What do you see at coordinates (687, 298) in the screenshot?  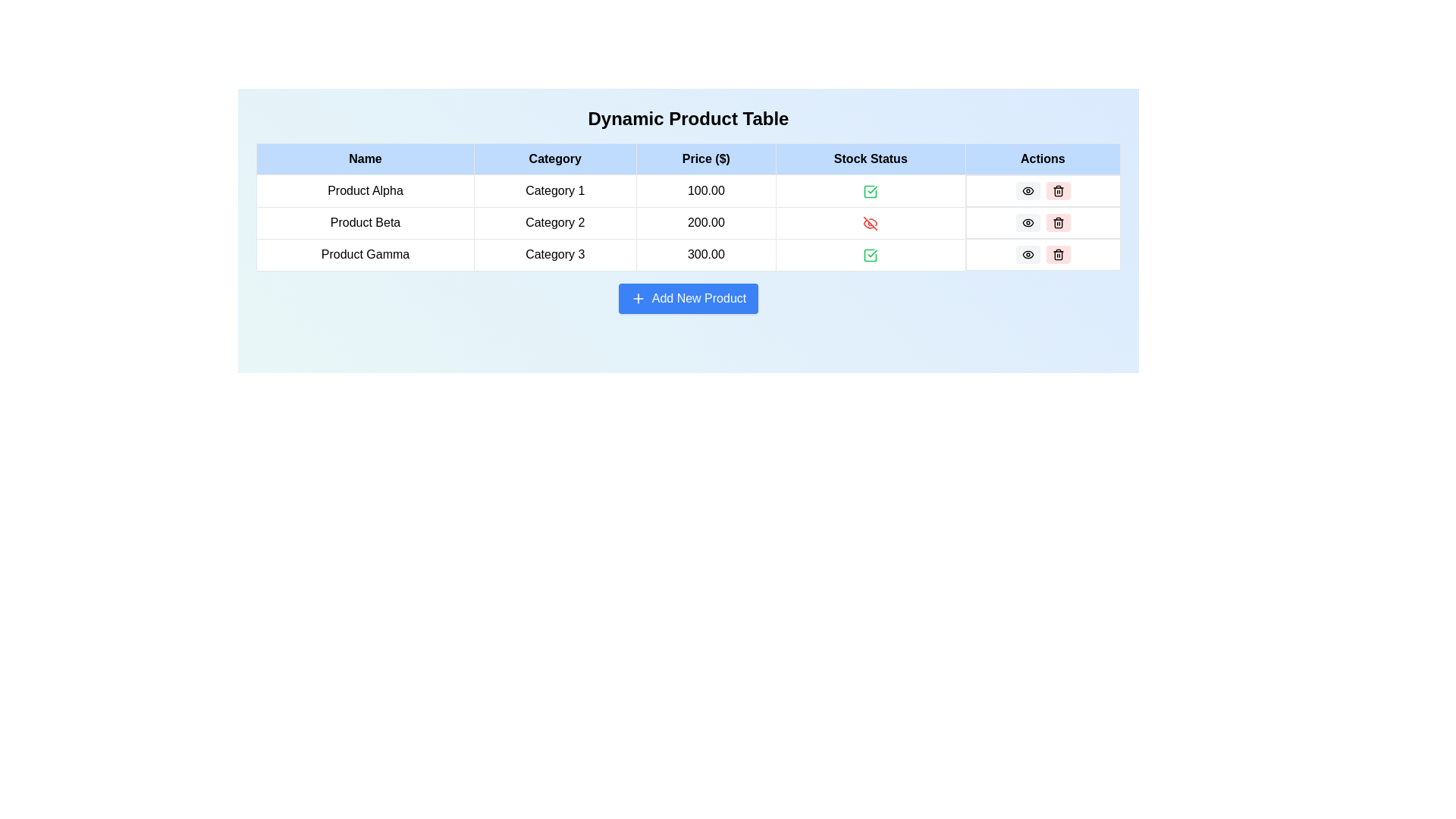 I see `the 'Add New Product' button located centrally under the product table` at bounding box center [687, 298].